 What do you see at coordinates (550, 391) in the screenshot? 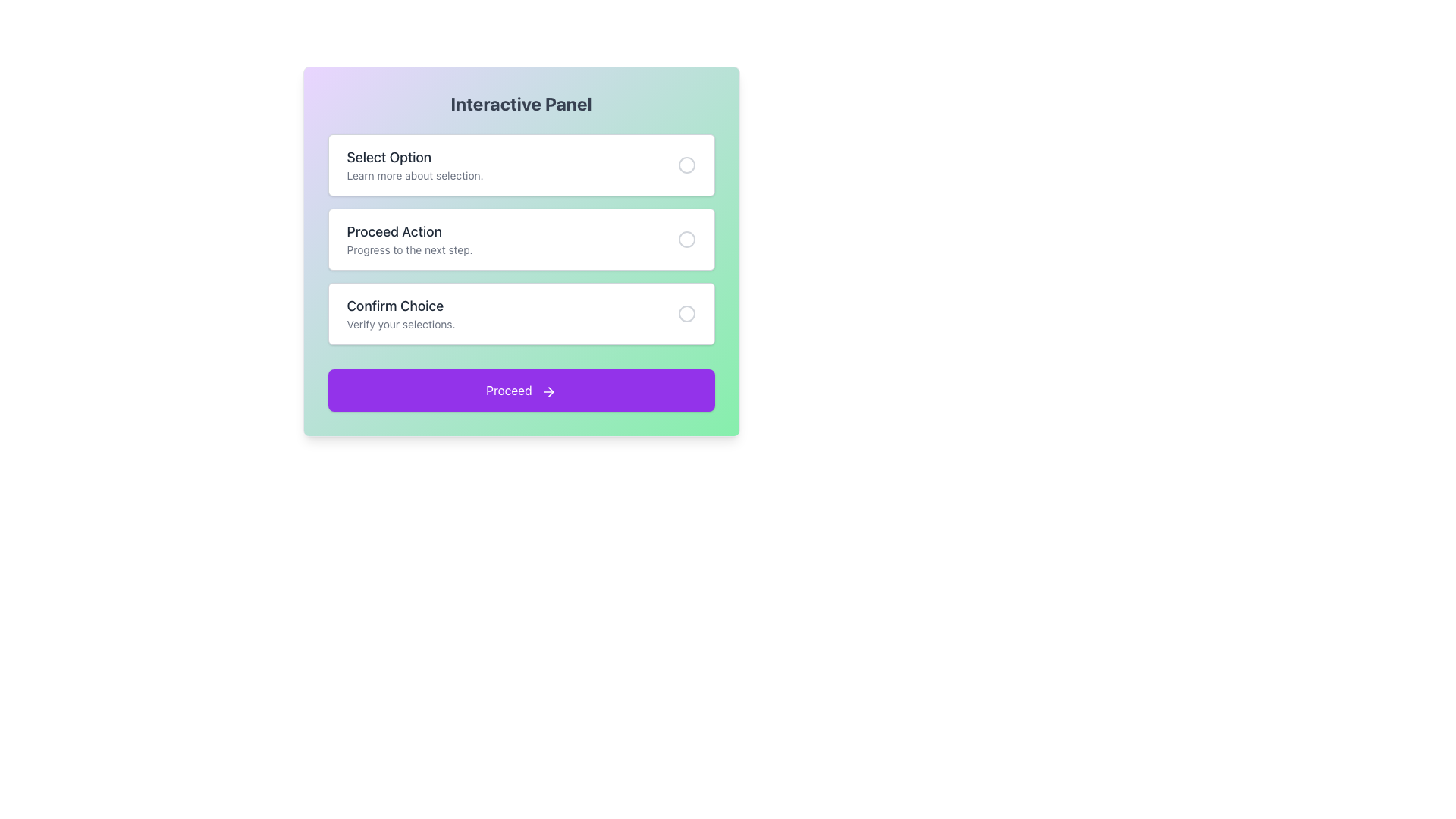
I see `the right-pointing arrow icon located immediately to the right of the text 'Proceed' within the purple action button at the bottom of the interactive panel` at bounding box center [550, 391].